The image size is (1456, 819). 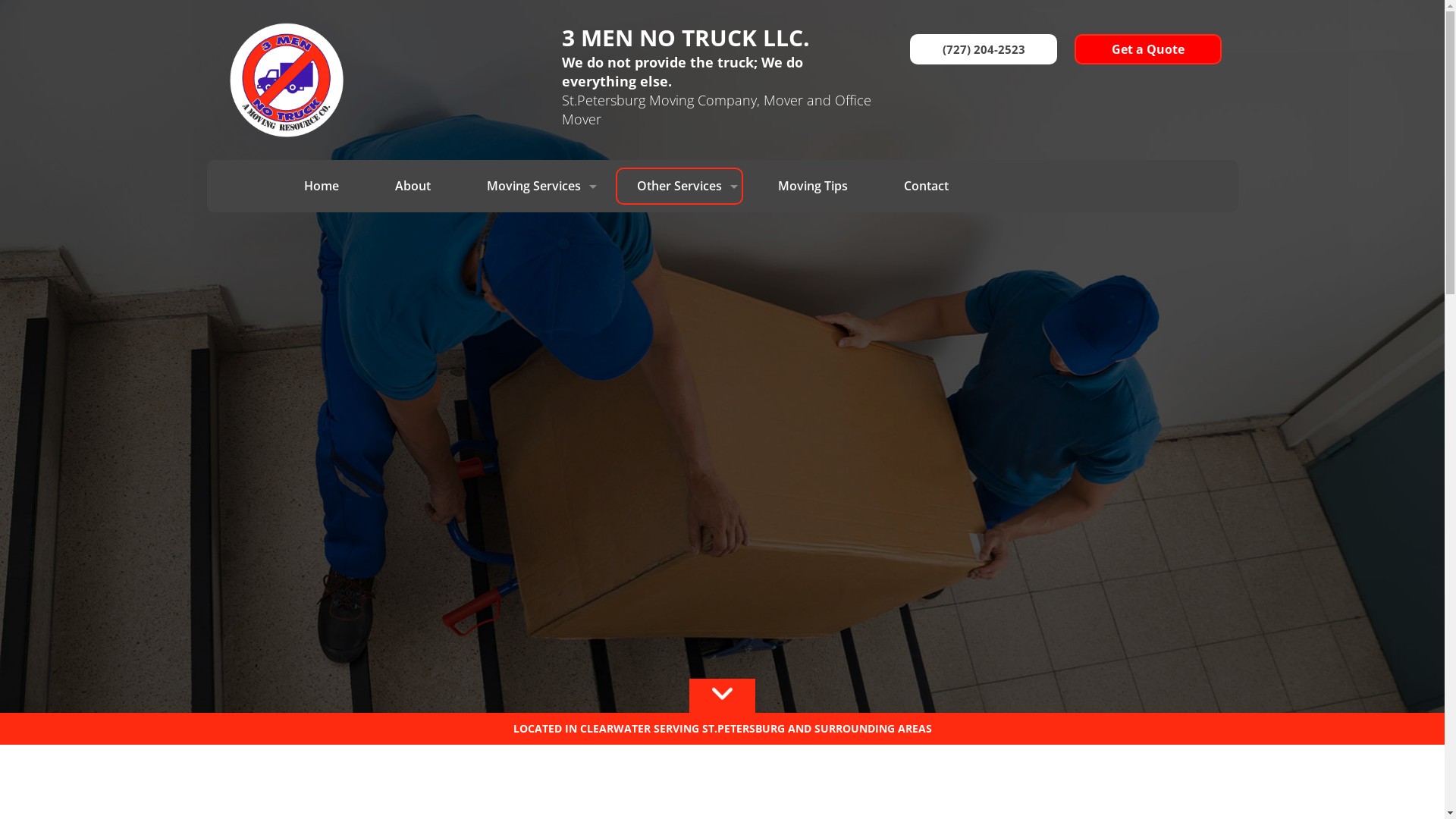 What do you see at coordinates (679, 223) in the screenshot?
I see `'Packing and Unpacking'` at bounding box center [679, 223].